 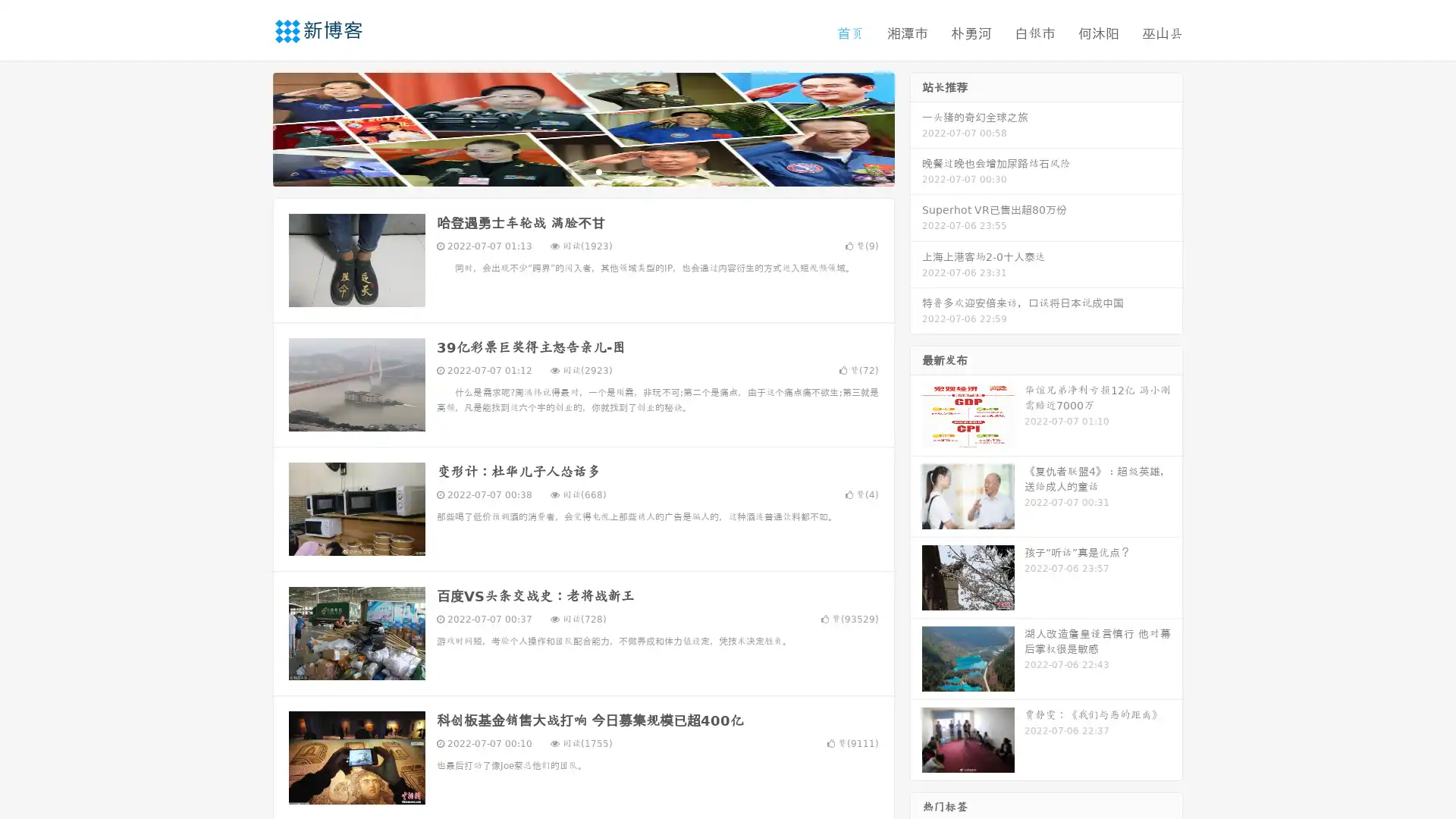 I want to click on Go to slide 1, so click(x=567, y=171).